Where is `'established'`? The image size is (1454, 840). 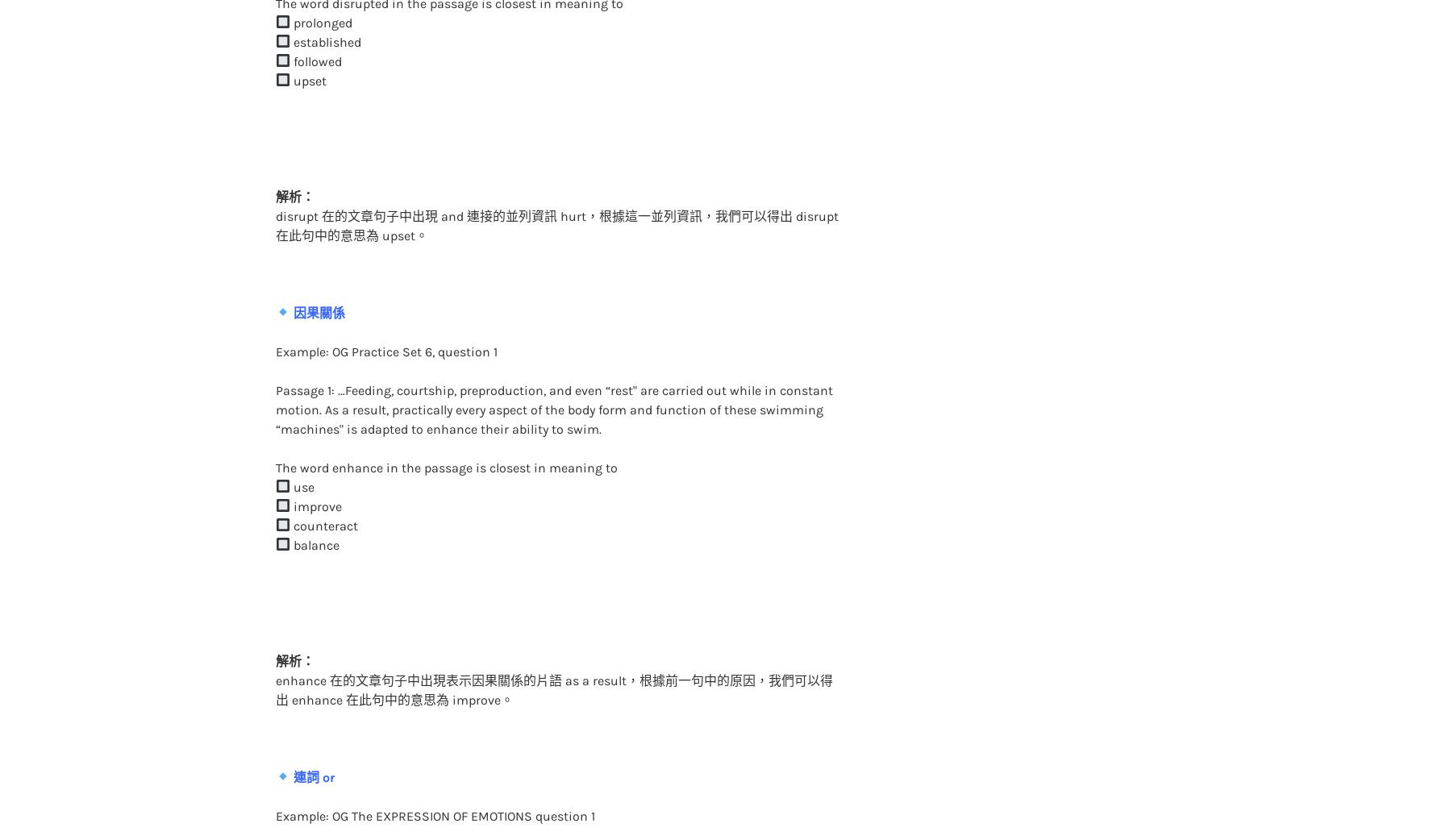
'established' is located at coordinates (288, 8).